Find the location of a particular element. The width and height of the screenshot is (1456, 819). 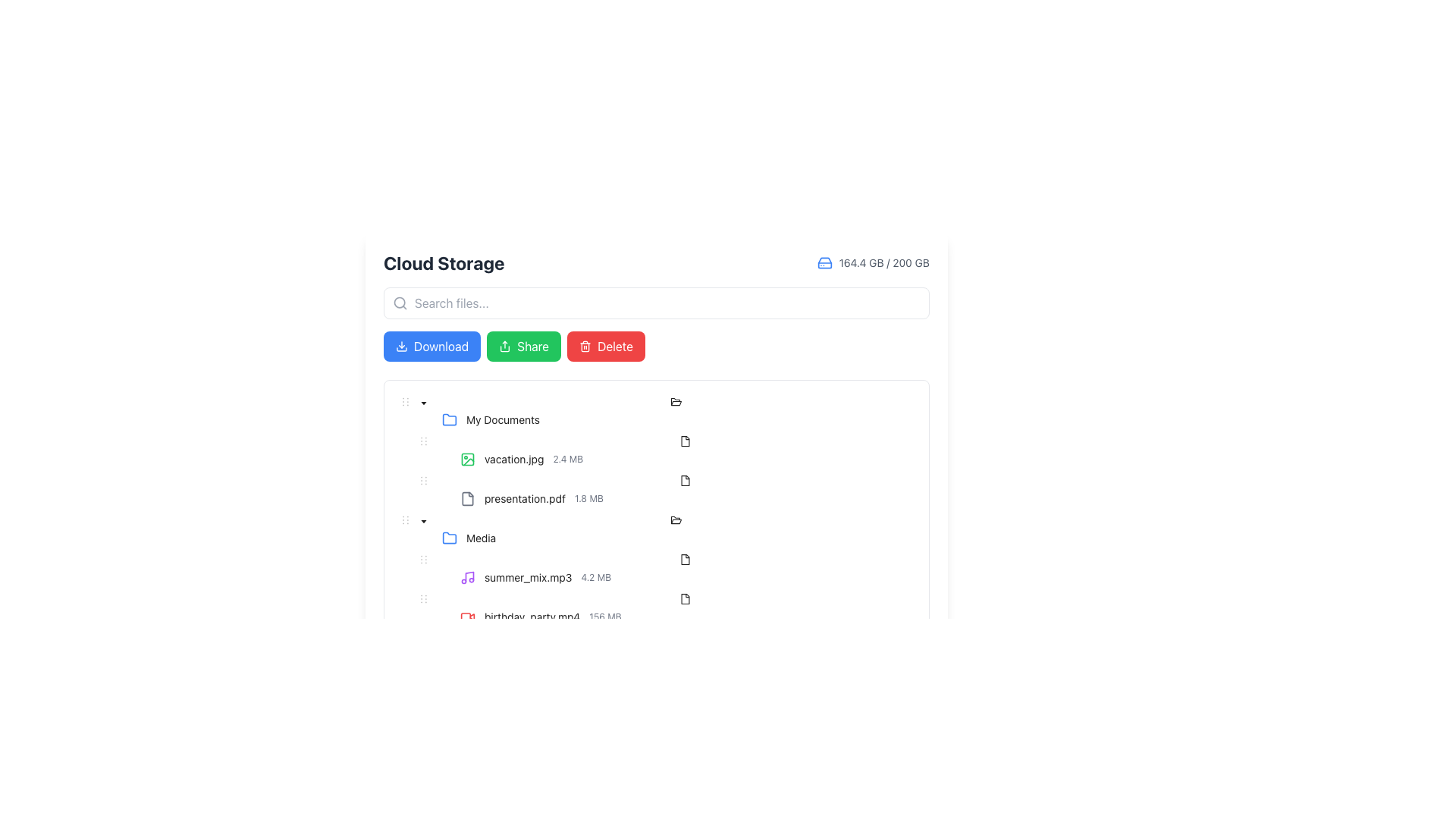

the folder icon representing 'Media' is located at coordinates (449, 537).